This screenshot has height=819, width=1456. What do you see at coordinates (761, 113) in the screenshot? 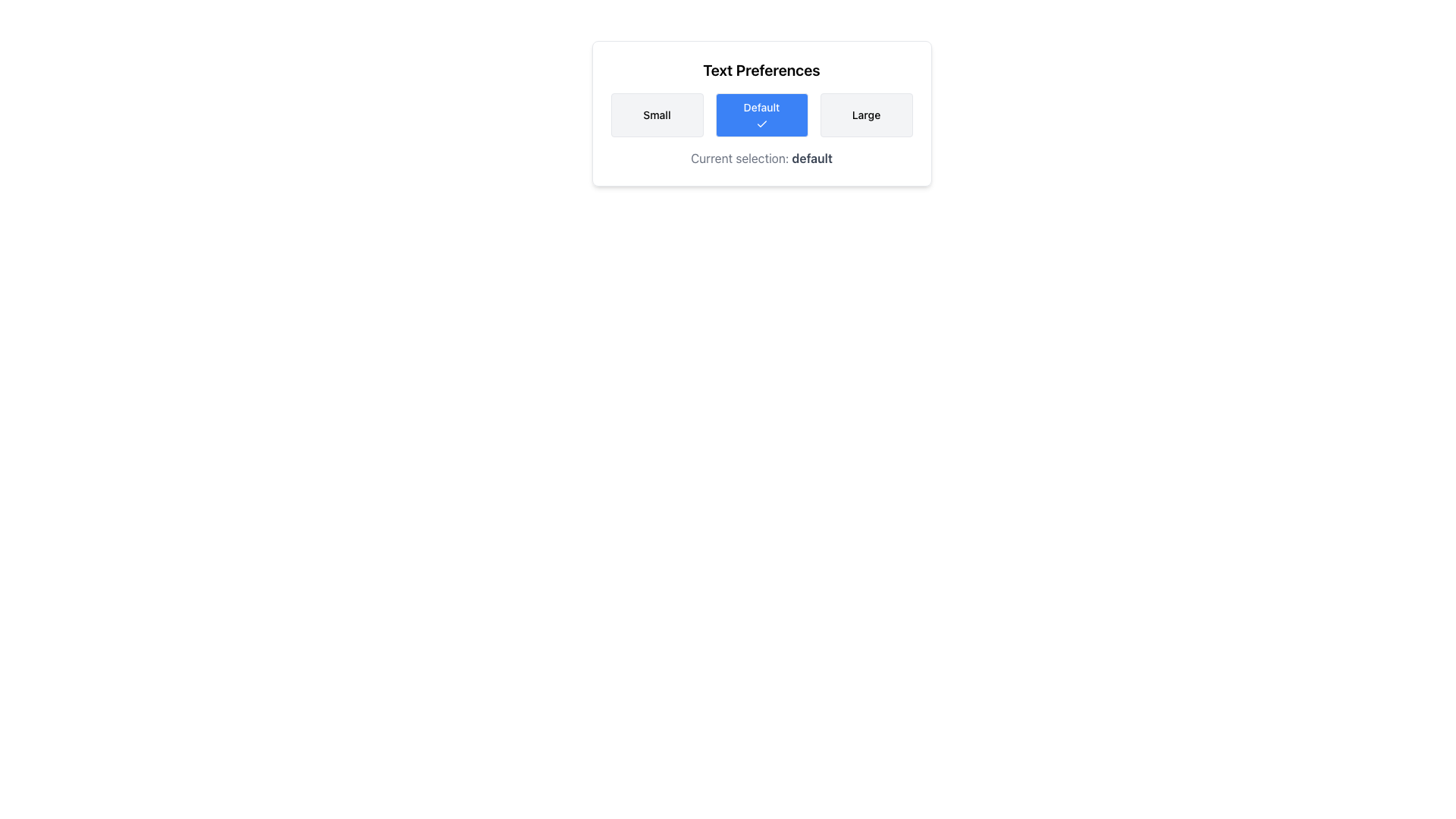
I see `the blue 'Default' button located in the 'Text Preferences' section` at bounding box center [761, 113].